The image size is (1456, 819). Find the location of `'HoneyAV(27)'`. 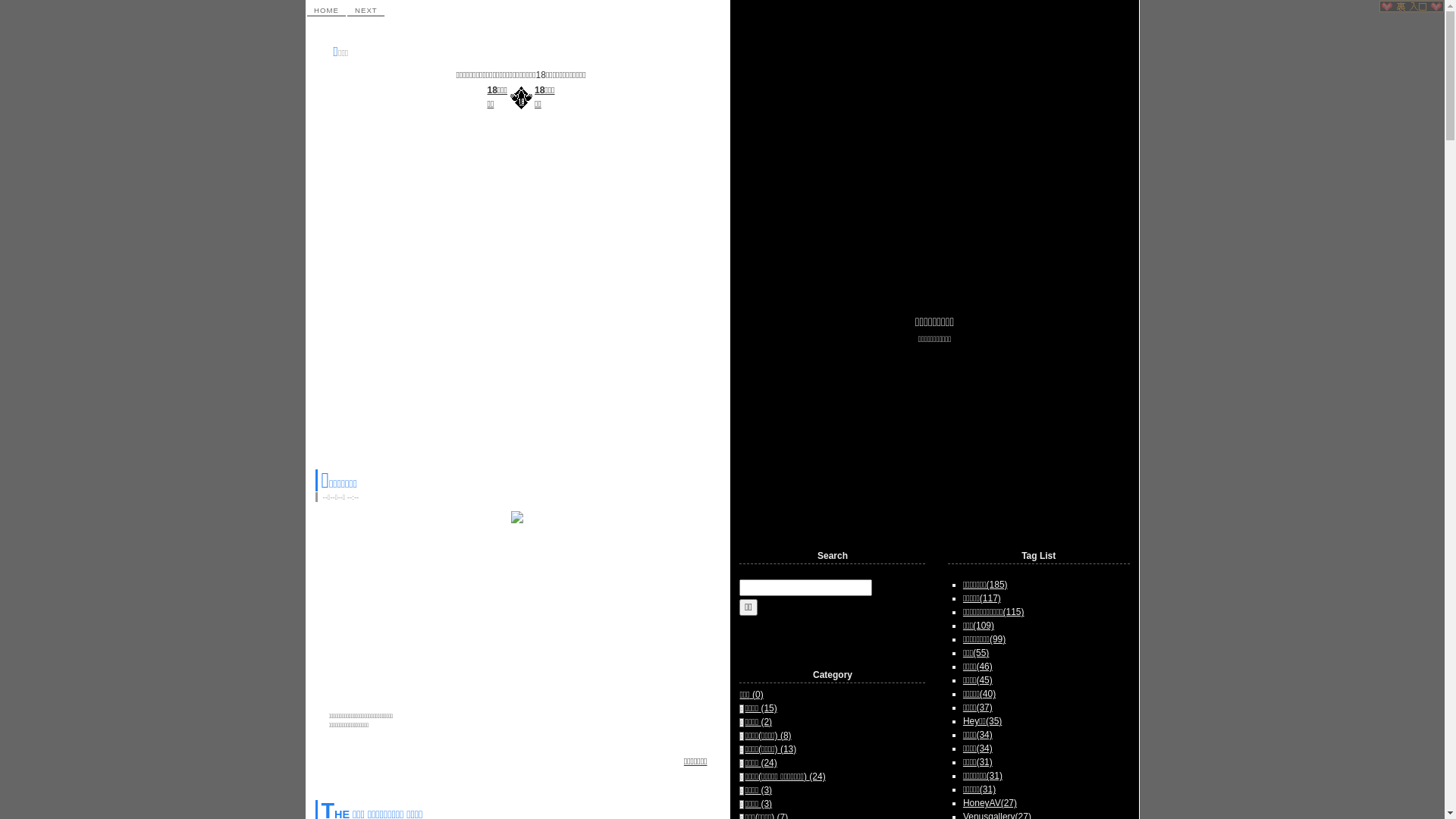

'HoneyAV(27)' is located at coordinates (962, 802).